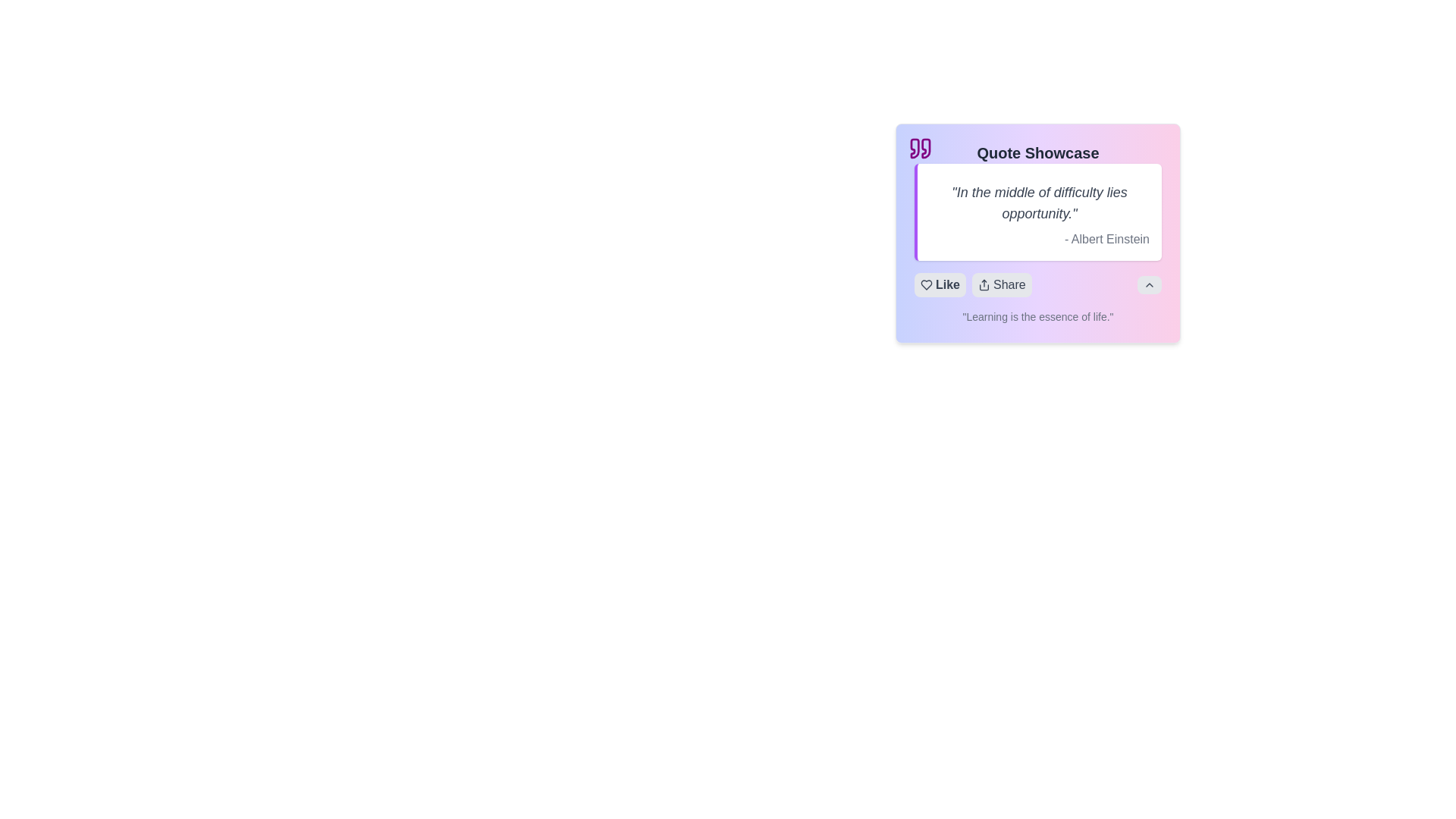  Describe the element at coordinates (926, 284) in the screenshot. I see `the heart-shaped icon located next to the 'Like' text at the bottom-left corner of the card element` at that location.